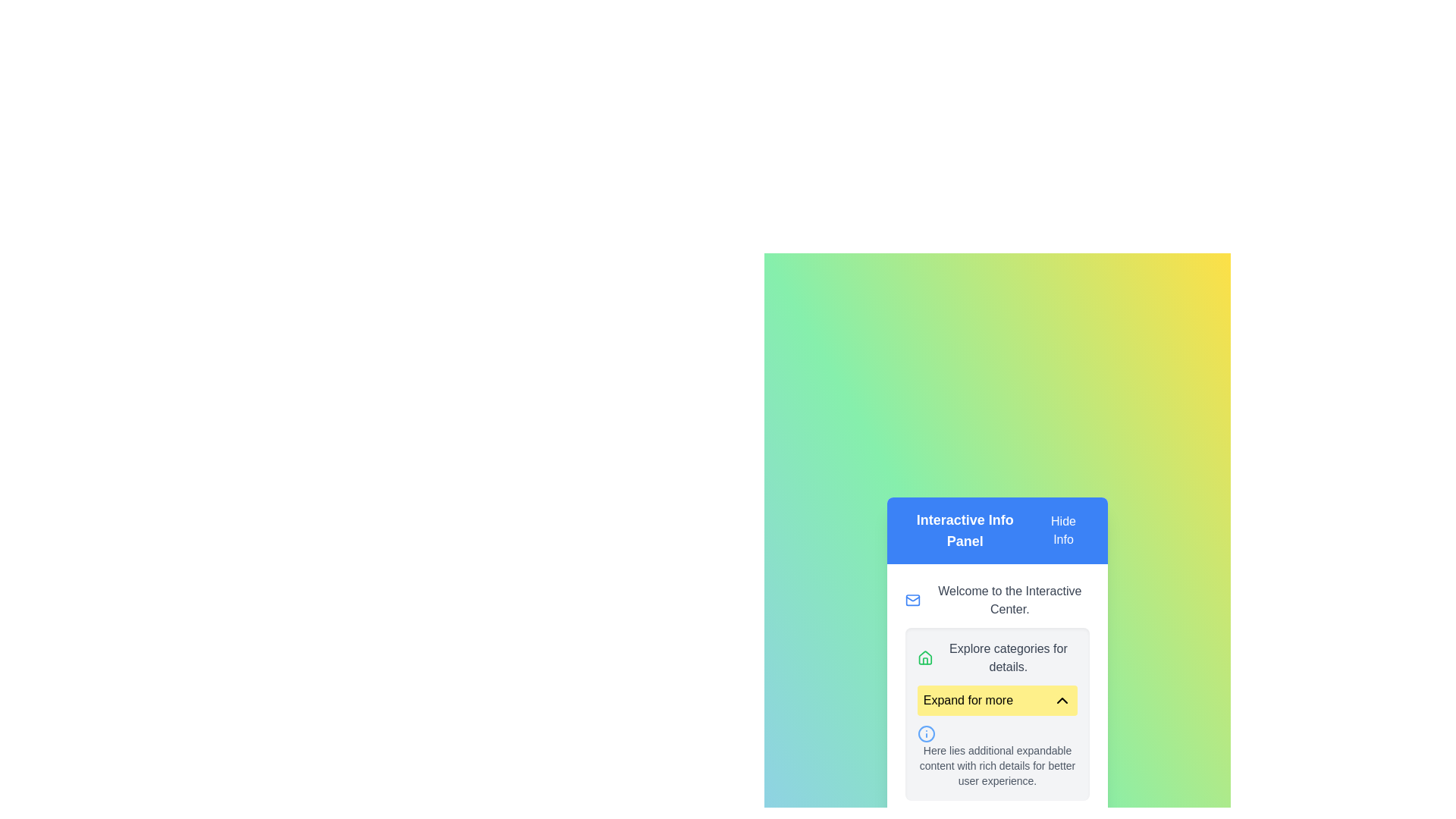 Image resolution: width=1456 pixels, height=819 pixels. Describe the element at coordinates (964, 529) in the screenshot. I see `the static Text Label located in the top-left section of the blue header, positioned directly to the left of the 'Hide Info' button` at that location.